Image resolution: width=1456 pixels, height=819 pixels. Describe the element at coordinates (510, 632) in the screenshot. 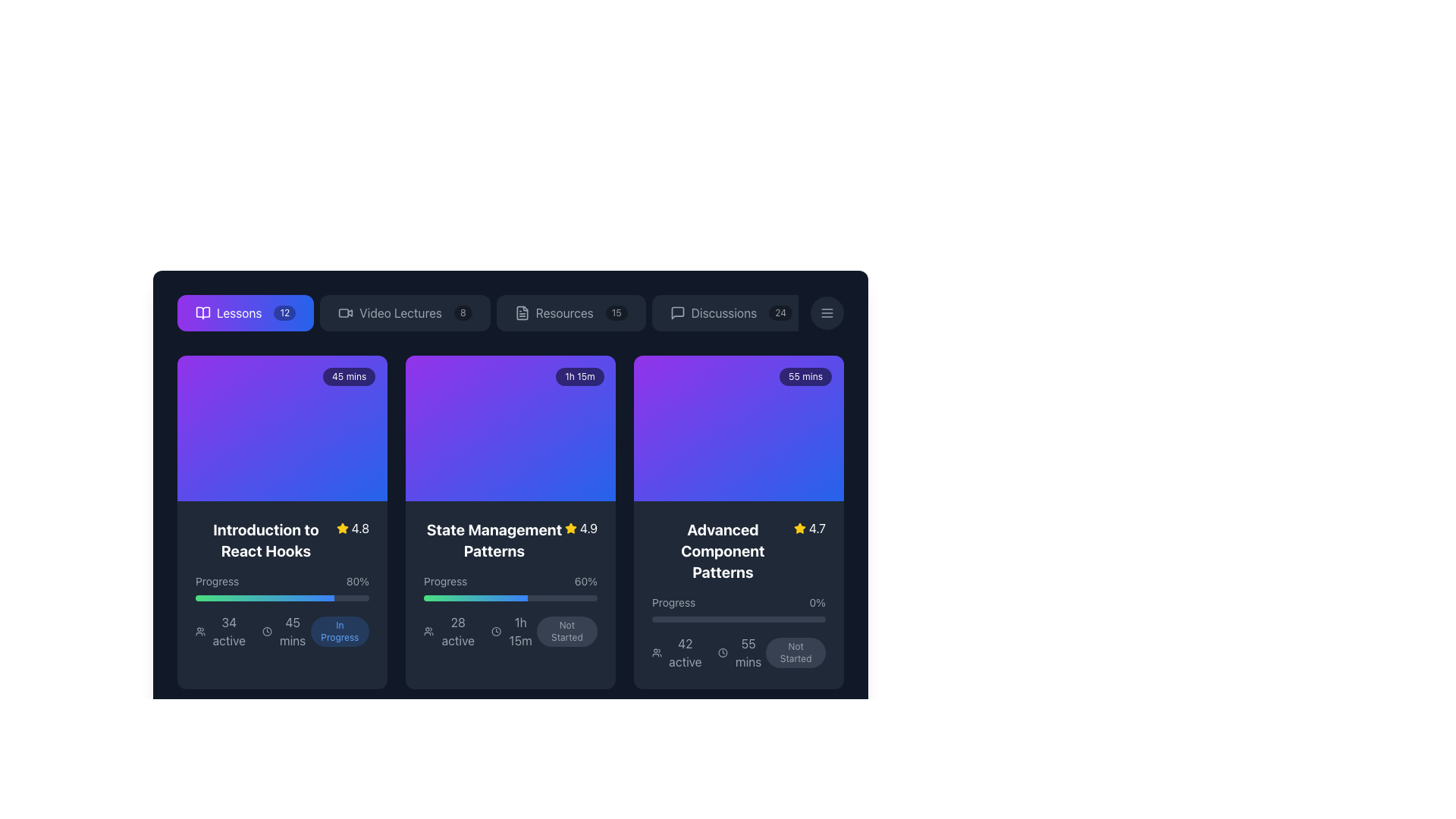

I see `the informative data display element located in the middle of three sections under the 'State Management Patterns' card` at that location.